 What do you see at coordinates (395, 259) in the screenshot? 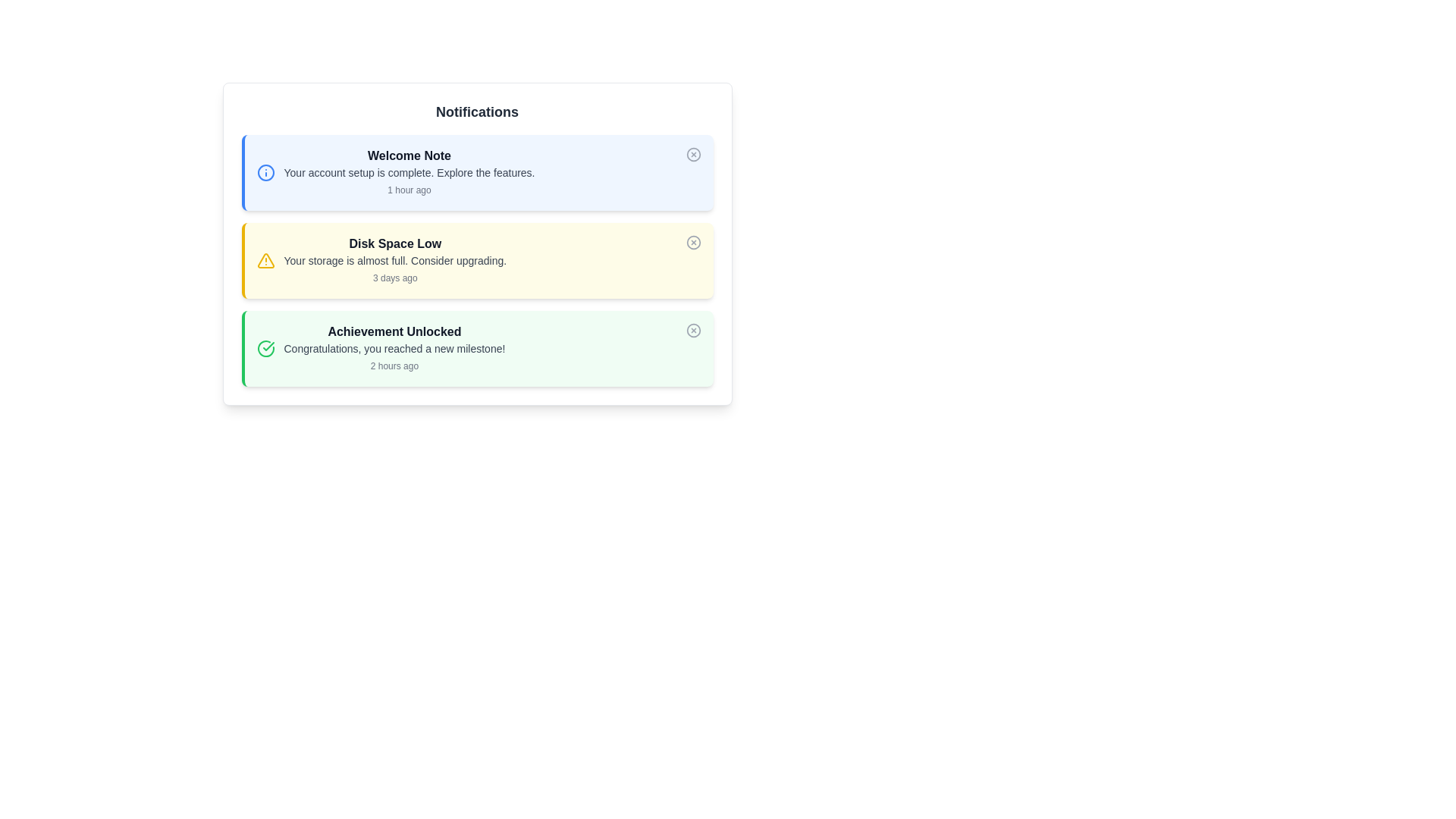
I see `the text element displaying 'Your storage is almost full. Consider upgrading.' which is positioned below 'Disk Space Low' within a yellow-background notification card` at bounding box center [395, 259].